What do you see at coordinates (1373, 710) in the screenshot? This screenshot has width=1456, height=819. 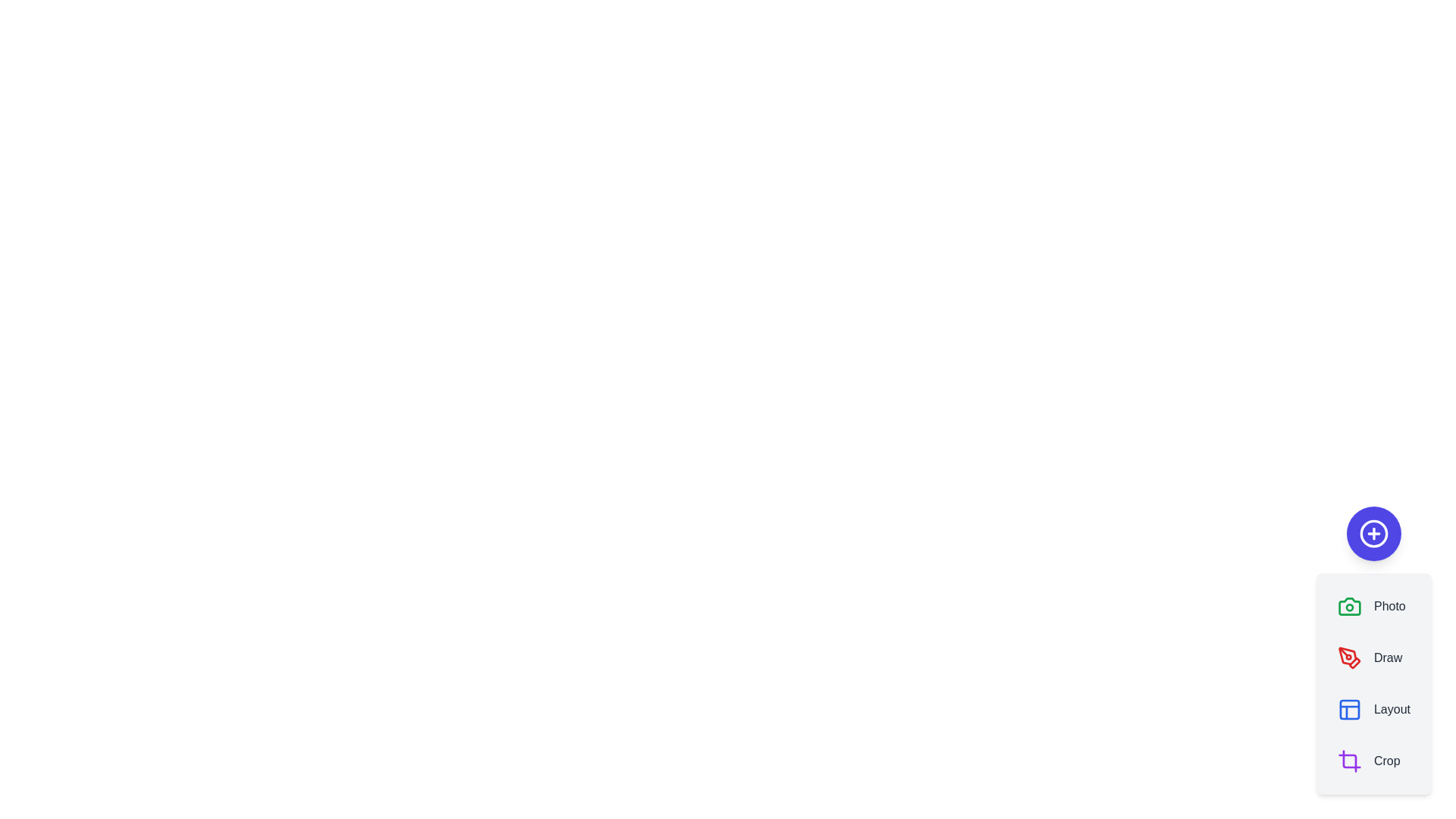 I see `the Layout button to select it` at bounding box center [1373, 710].